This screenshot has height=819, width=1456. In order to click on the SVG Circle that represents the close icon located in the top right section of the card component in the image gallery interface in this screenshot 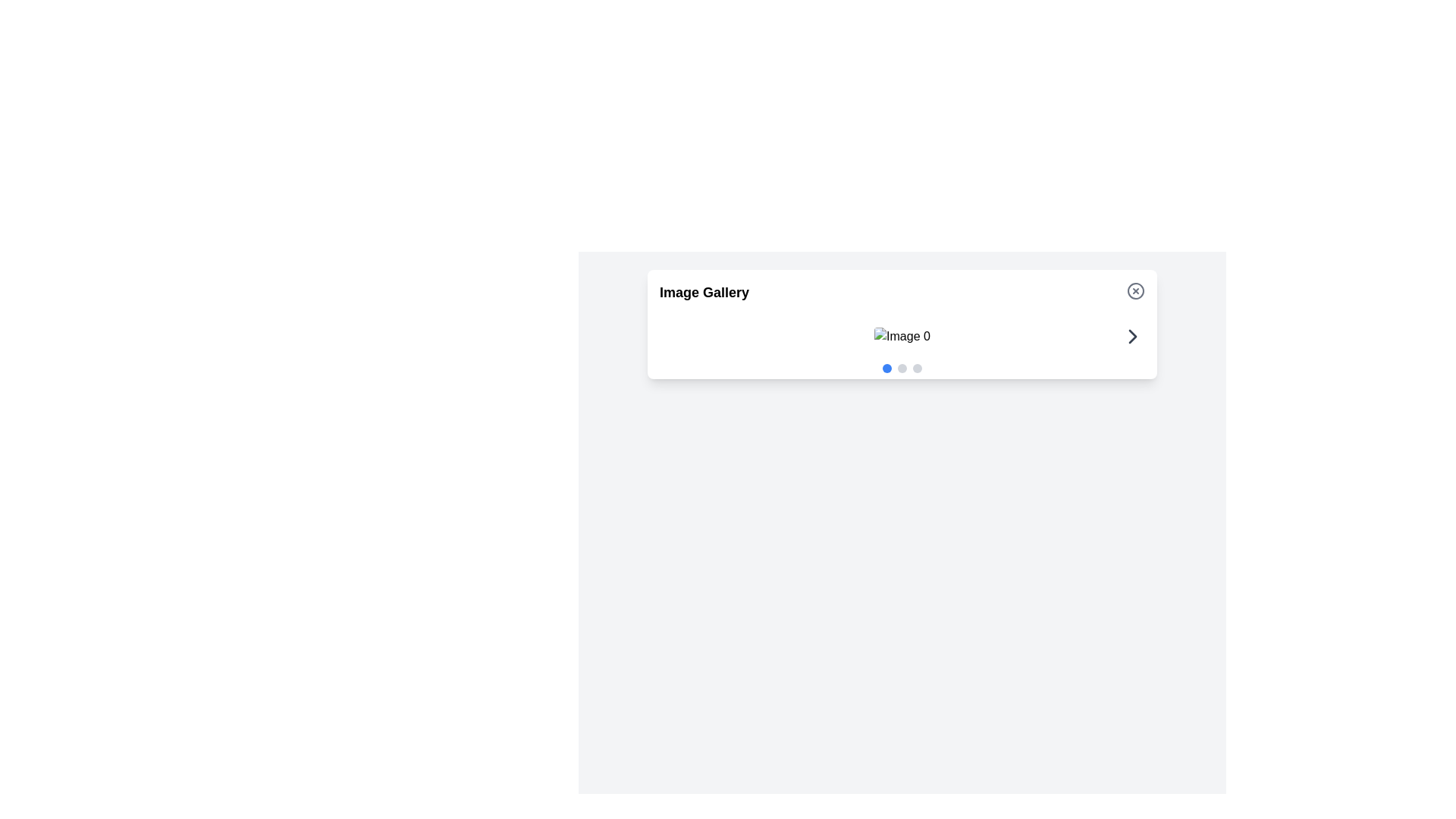, I will do `click(1135, 291)`.